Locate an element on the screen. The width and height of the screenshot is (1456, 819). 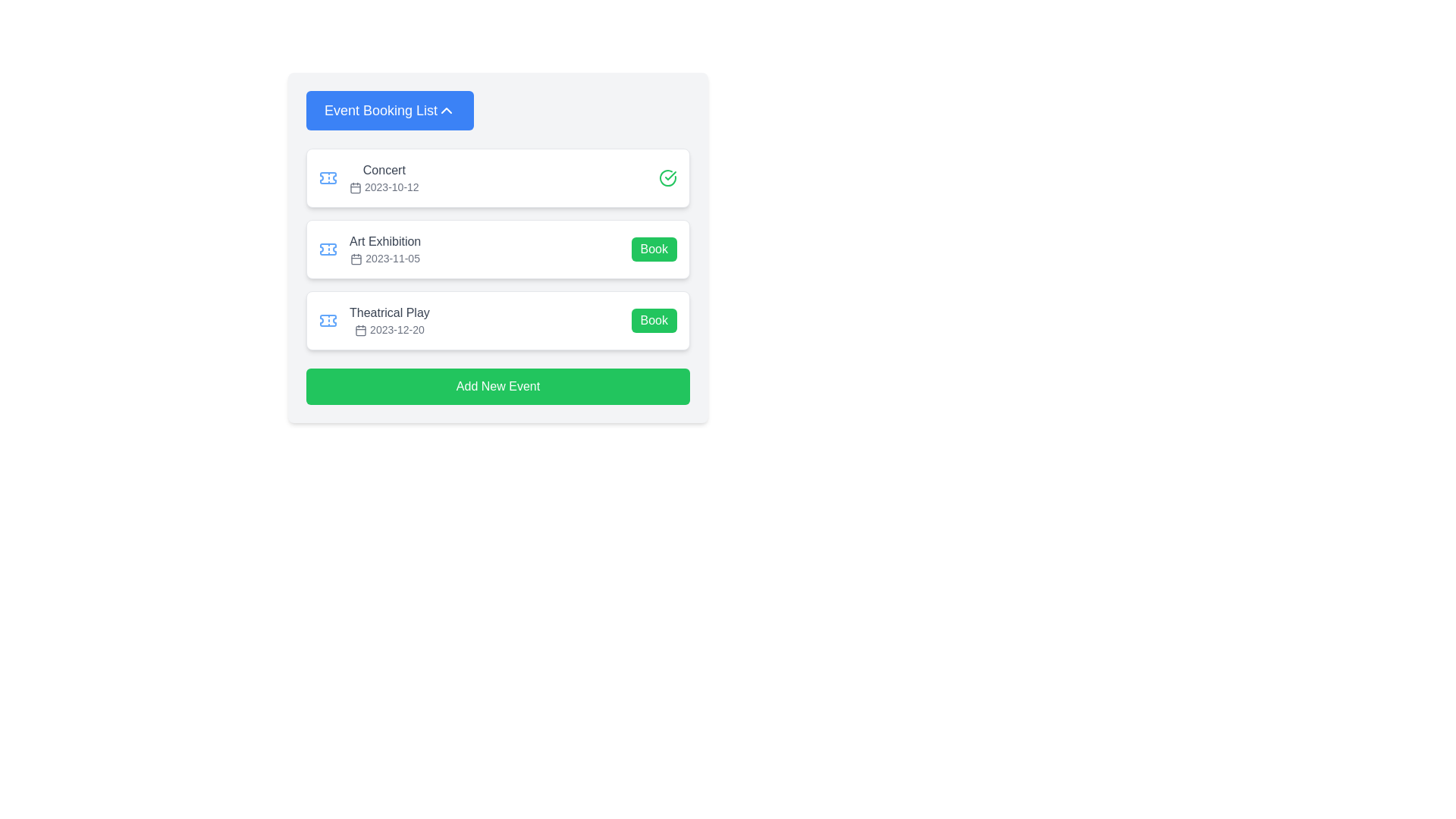
the calendar icon located to the left of the date '2023-12-20' in the 'Theatrical Play' section is located at coordinates (360, 330).